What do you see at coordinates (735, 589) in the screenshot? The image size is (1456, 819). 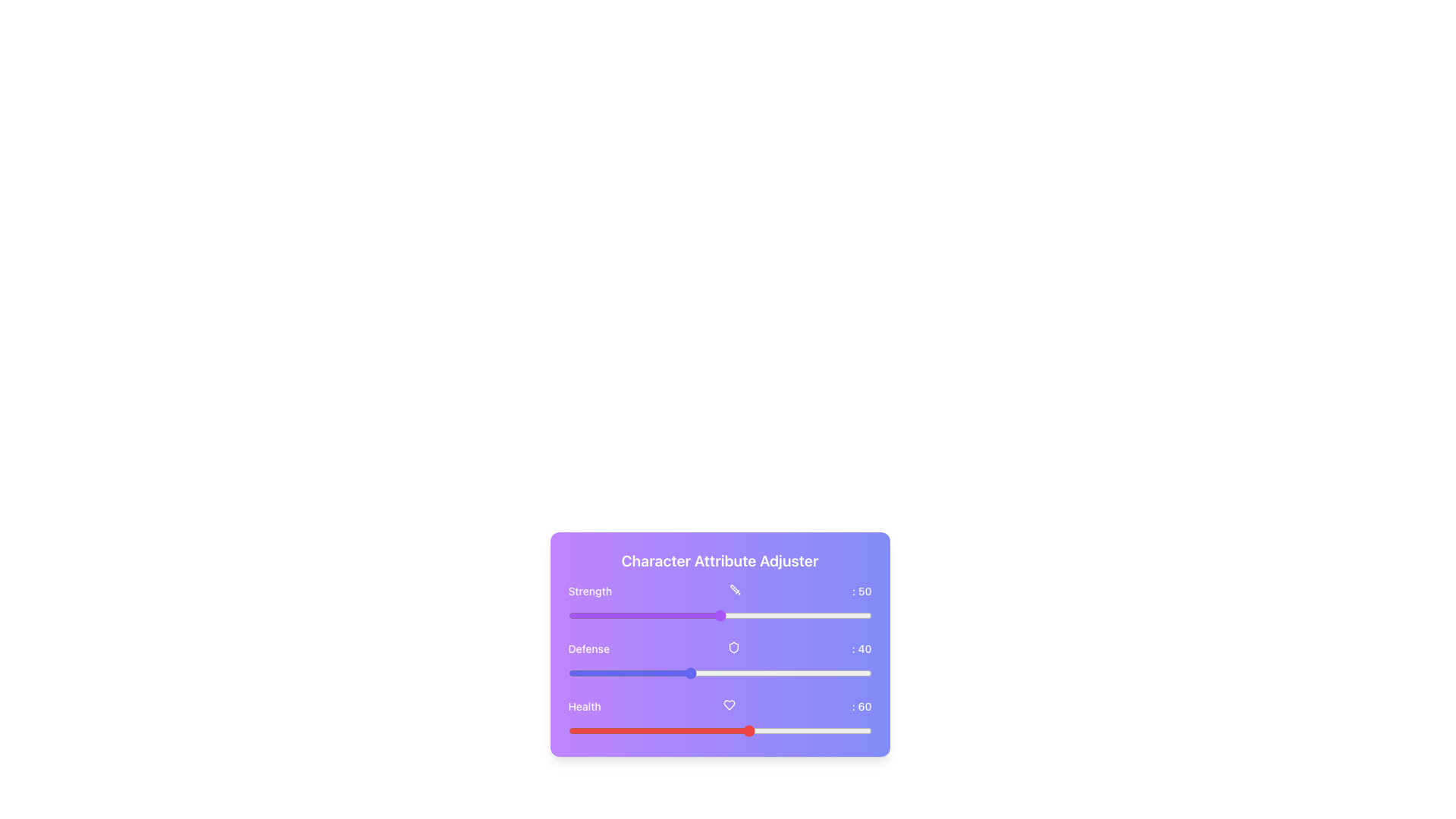 I see `the Vector graphic icon resembling a sword located next to the 'Strength' label and before the numeric value '50'` at bounding box center [735, 589].